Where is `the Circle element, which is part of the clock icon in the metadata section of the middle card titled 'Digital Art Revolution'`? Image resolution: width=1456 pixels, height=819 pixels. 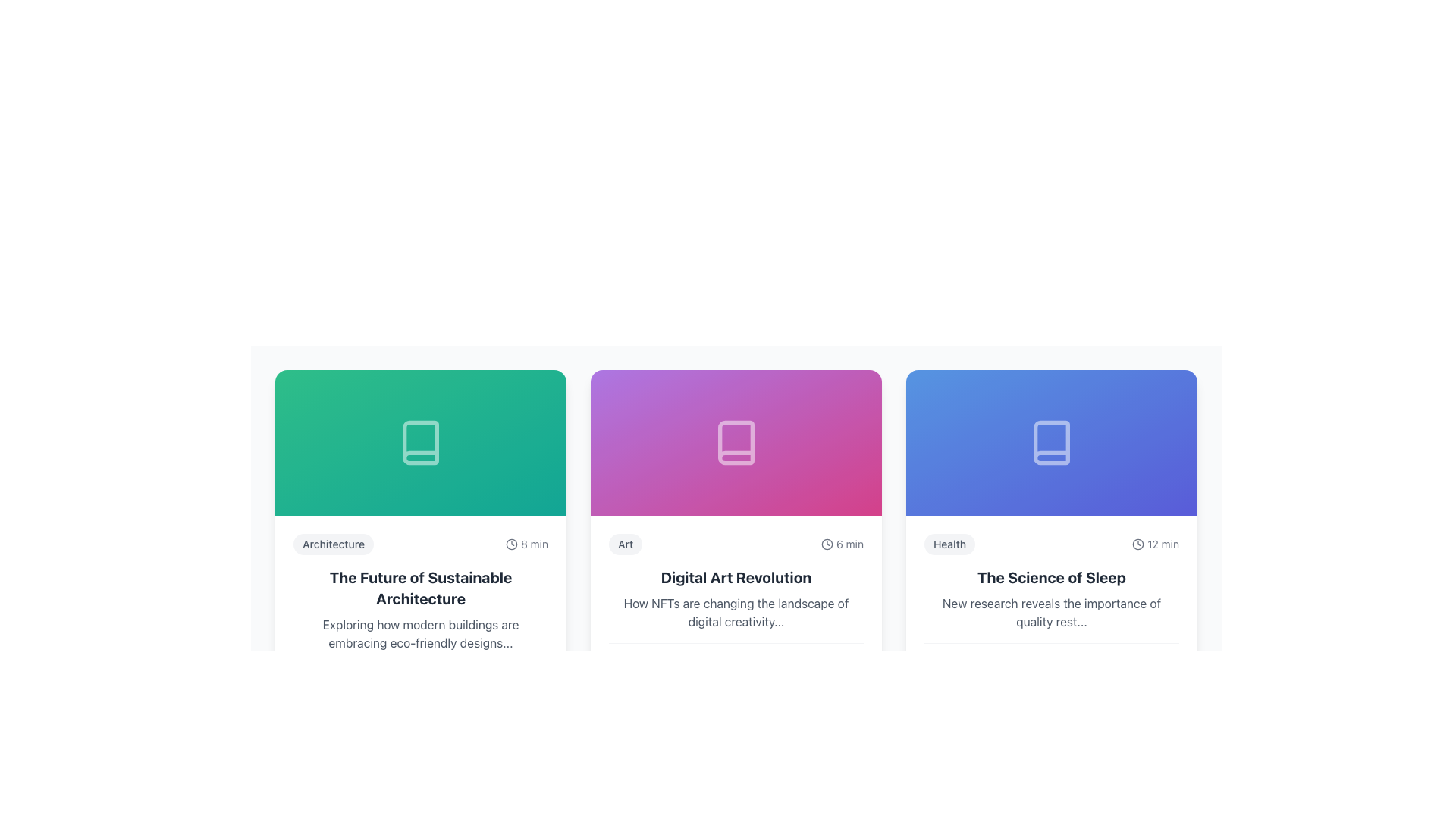 the Circle element, which is part of the clock icon in the metadata section of the middle card titled 'Digital Art Revolution' is located at coordinates (827, 543).